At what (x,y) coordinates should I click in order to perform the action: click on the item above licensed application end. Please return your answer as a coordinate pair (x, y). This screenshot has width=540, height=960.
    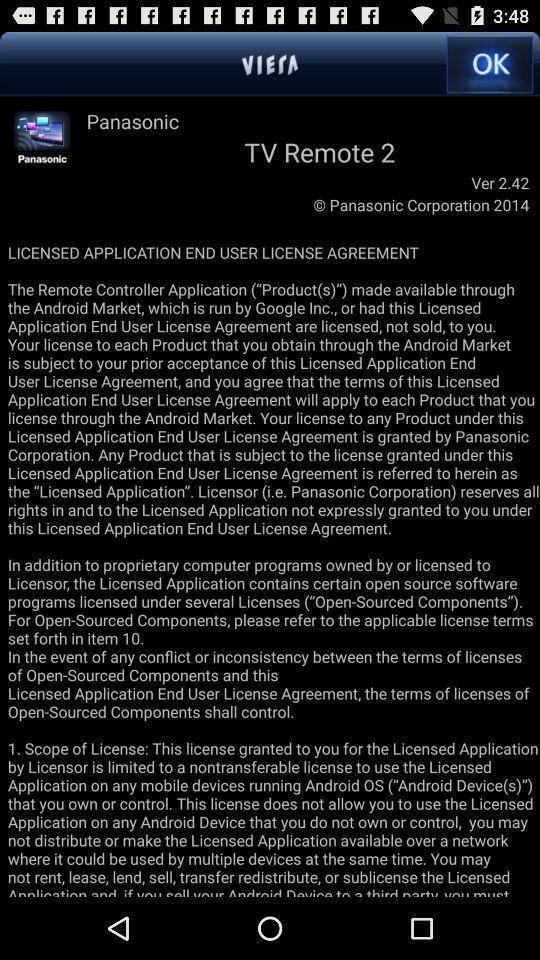
    Looking at the image, I should click on (42, 138).